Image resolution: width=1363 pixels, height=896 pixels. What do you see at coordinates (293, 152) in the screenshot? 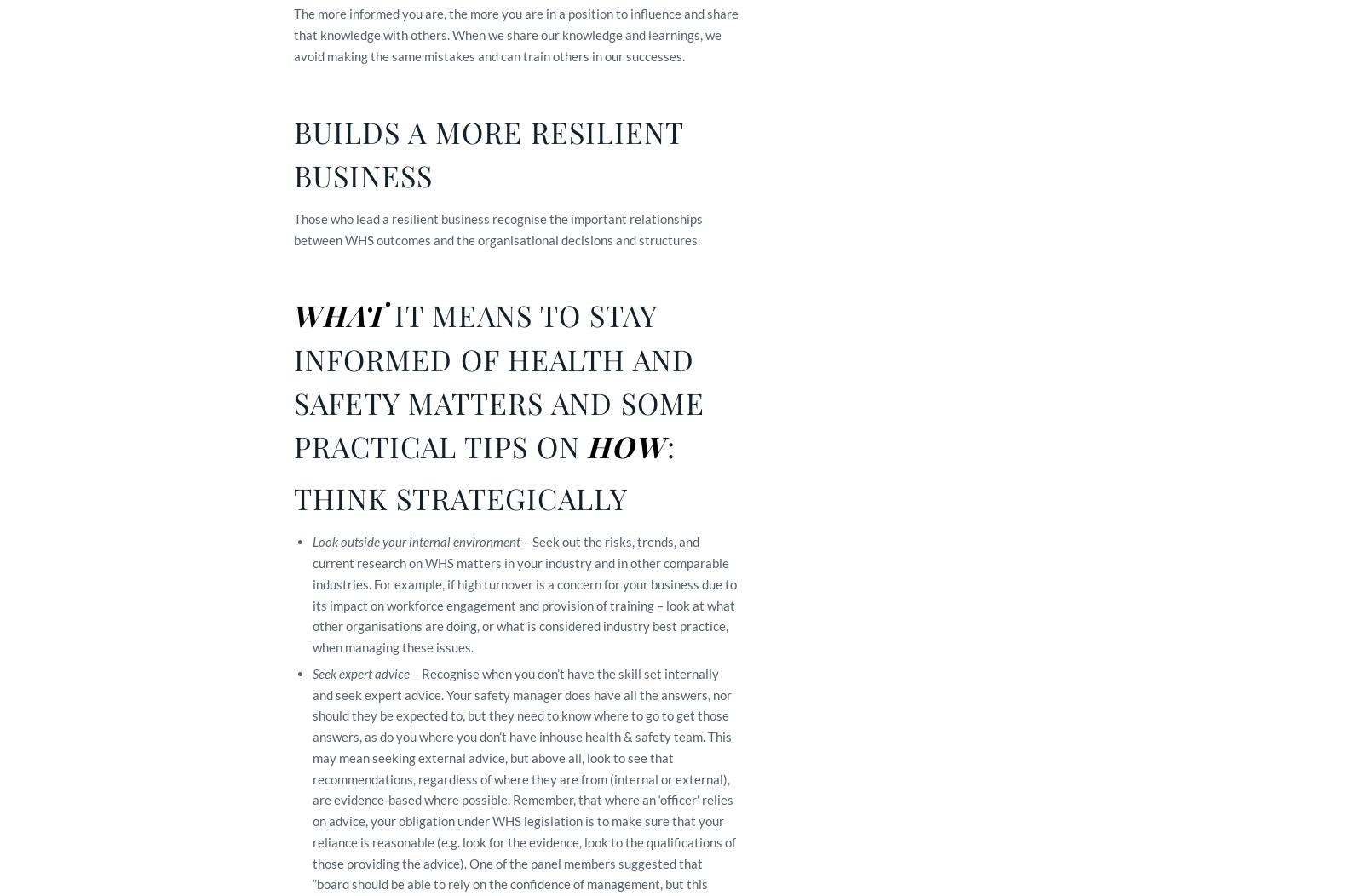
I see `'Builds a more resilient business'` at bounding box center [293, 152].